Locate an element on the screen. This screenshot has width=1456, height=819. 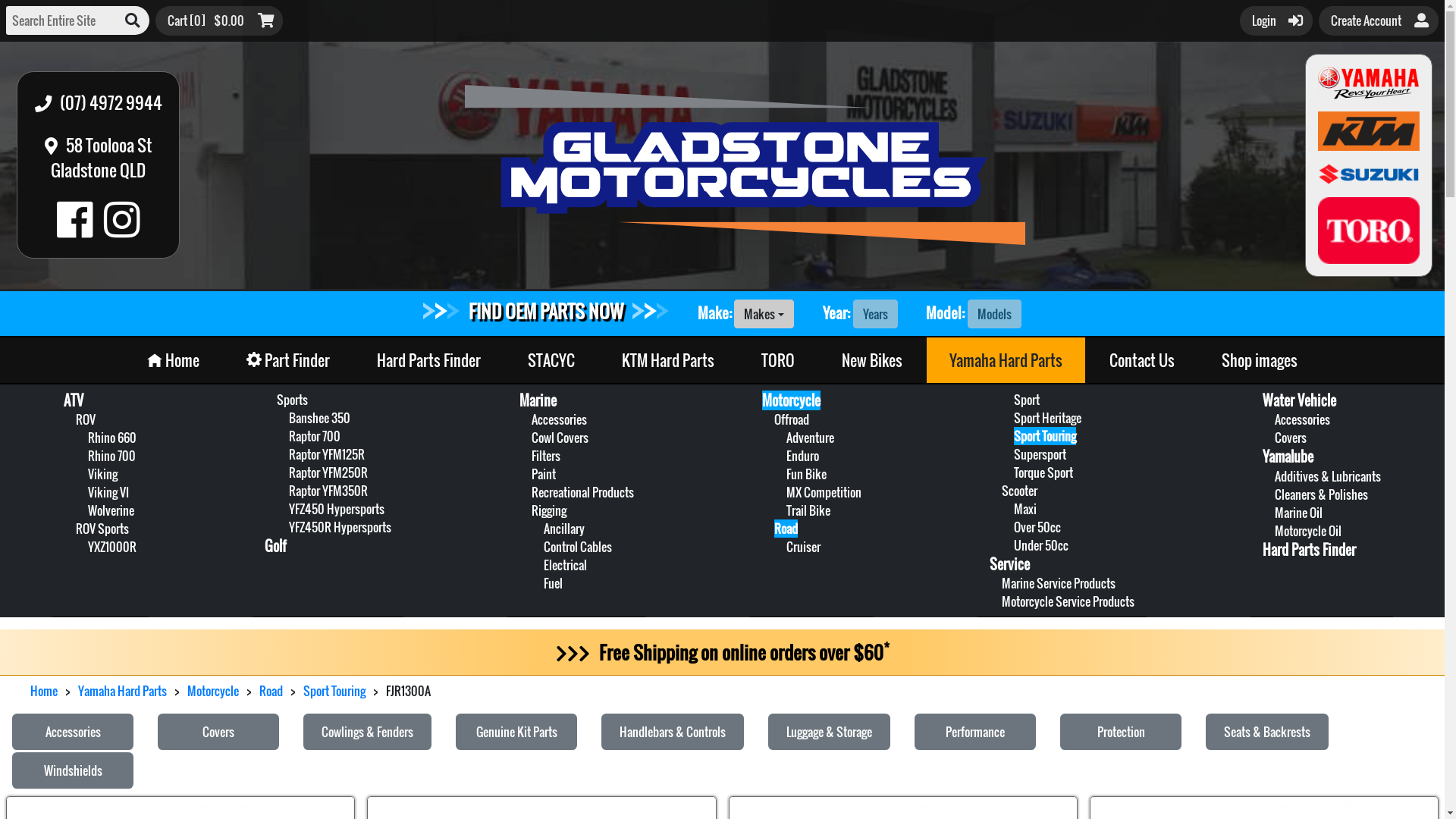
'ATV' is located at coordinates (62, 400).